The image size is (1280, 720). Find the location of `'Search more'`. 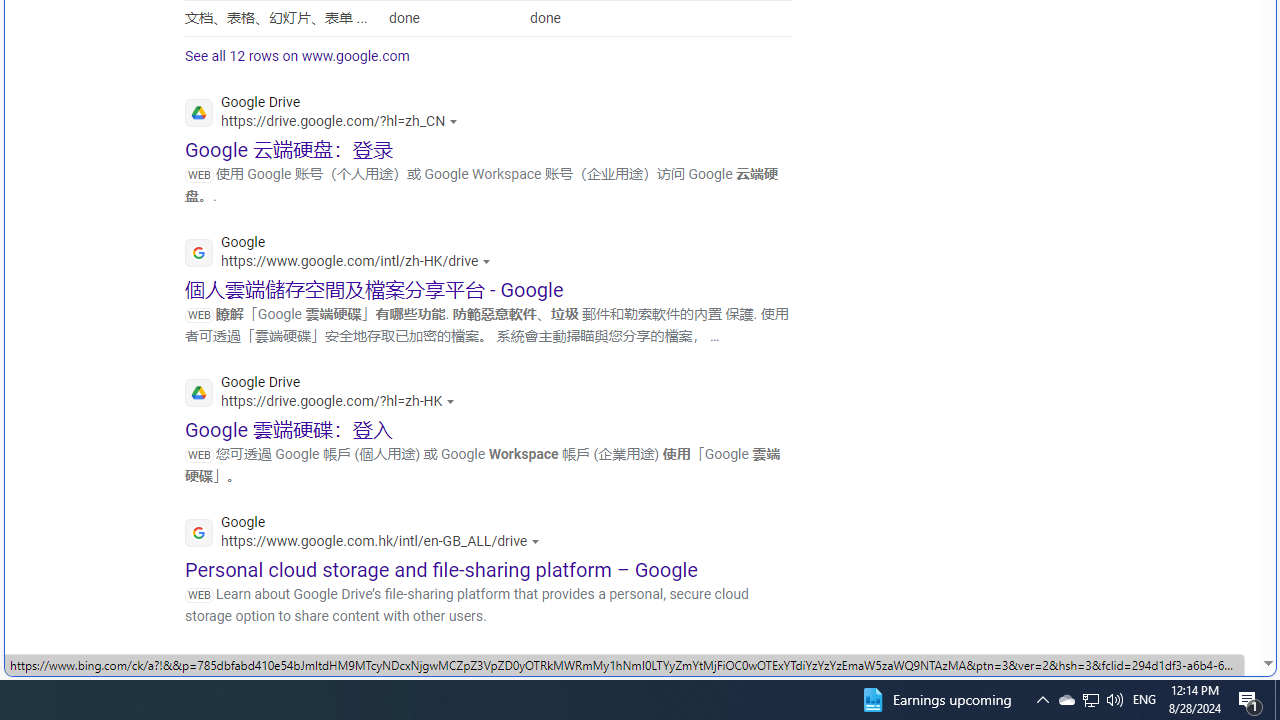

'Search more' is located at coordinates (1222, 603).